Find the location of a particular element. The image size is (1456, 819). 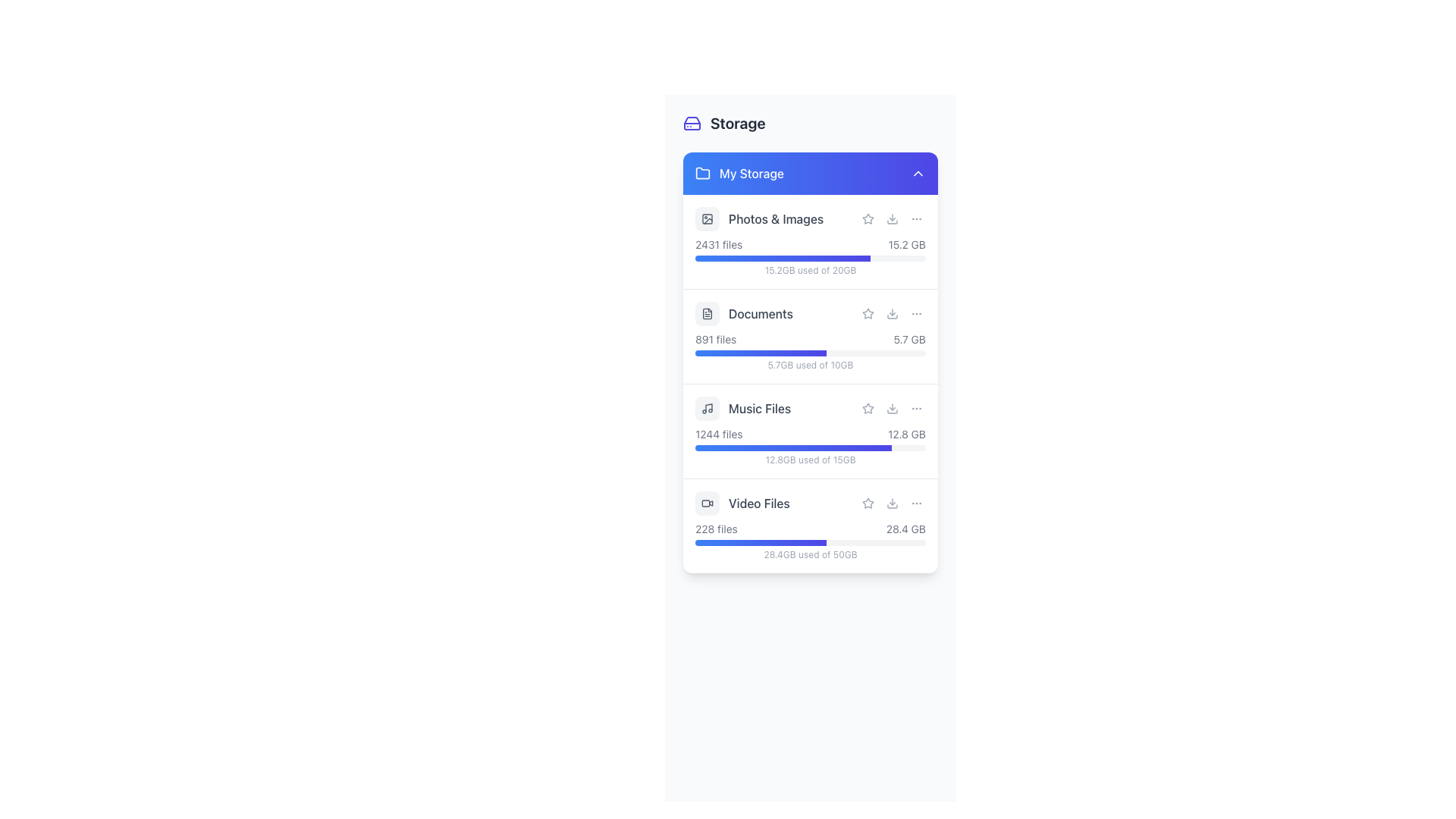

the horizontal progress bar styled with a gradient transition from blue to indigo, located in the 'Photos & Images' section is located at coordinates (783, 257).